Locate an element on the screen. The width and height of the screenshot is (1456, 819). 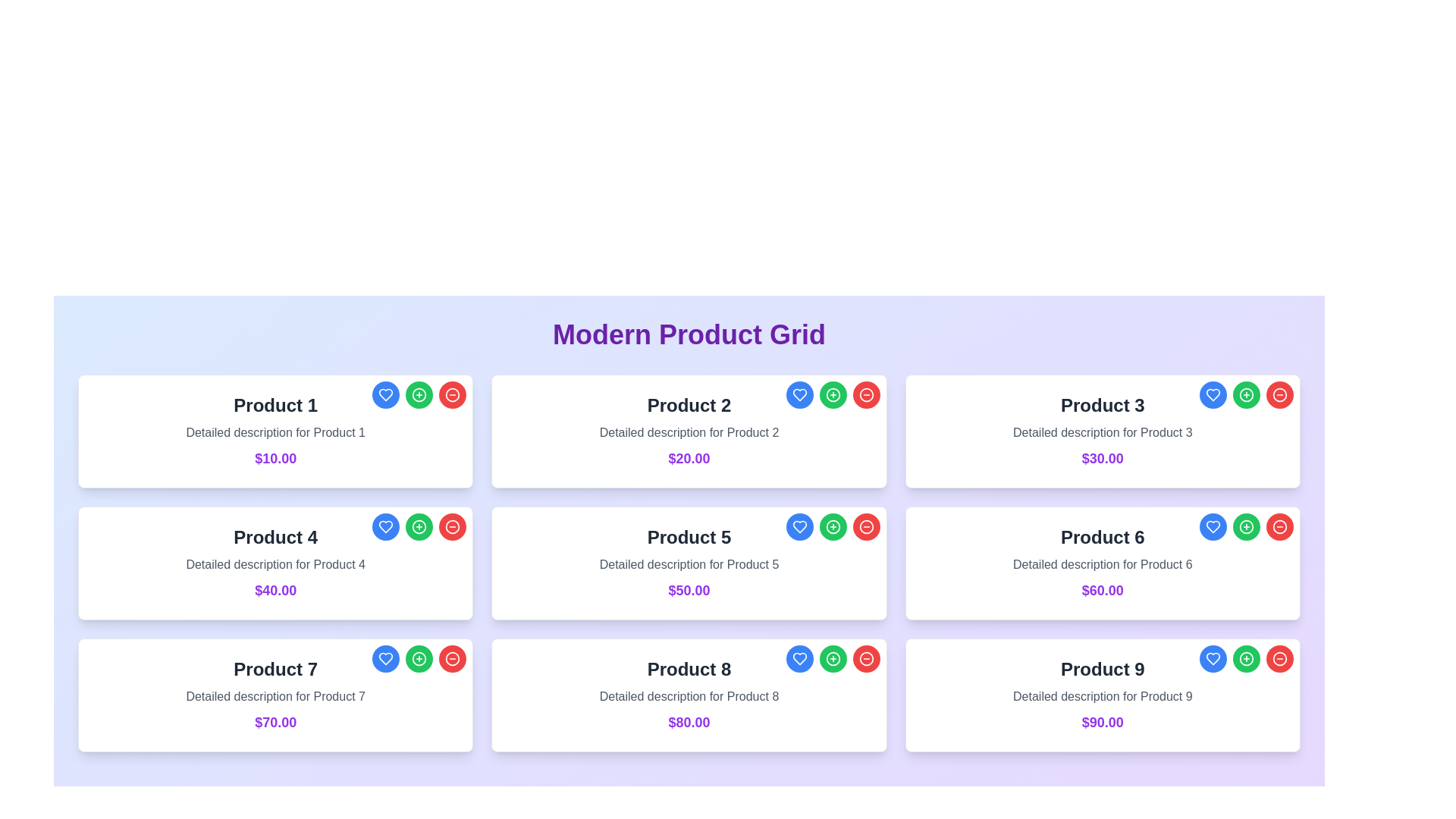
the circular blue button with a heart icon to favorite or unfavorite 'Product 9' is located at coordinates (1212, 657).